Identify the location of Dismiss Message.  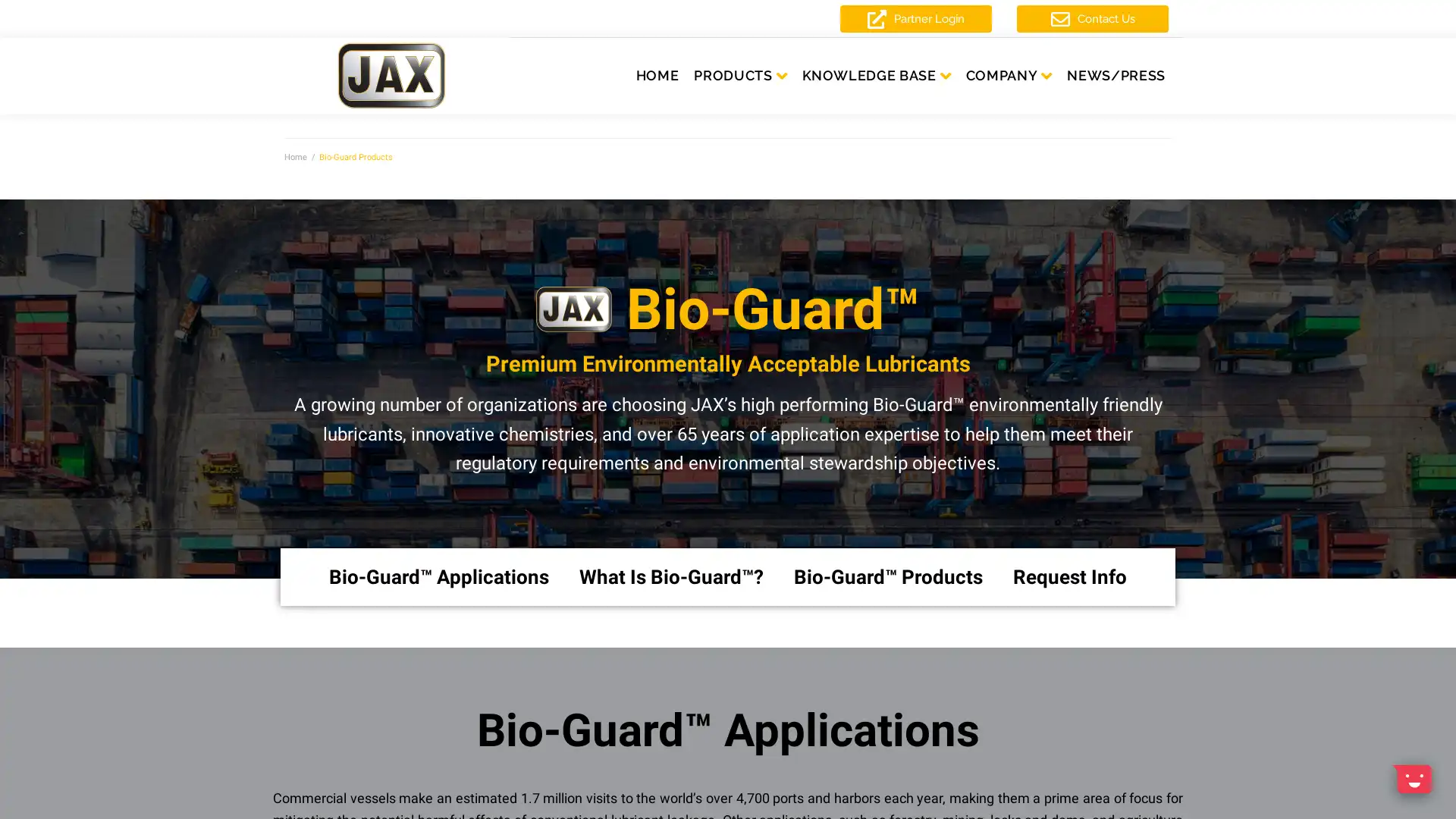
(1376, 761).